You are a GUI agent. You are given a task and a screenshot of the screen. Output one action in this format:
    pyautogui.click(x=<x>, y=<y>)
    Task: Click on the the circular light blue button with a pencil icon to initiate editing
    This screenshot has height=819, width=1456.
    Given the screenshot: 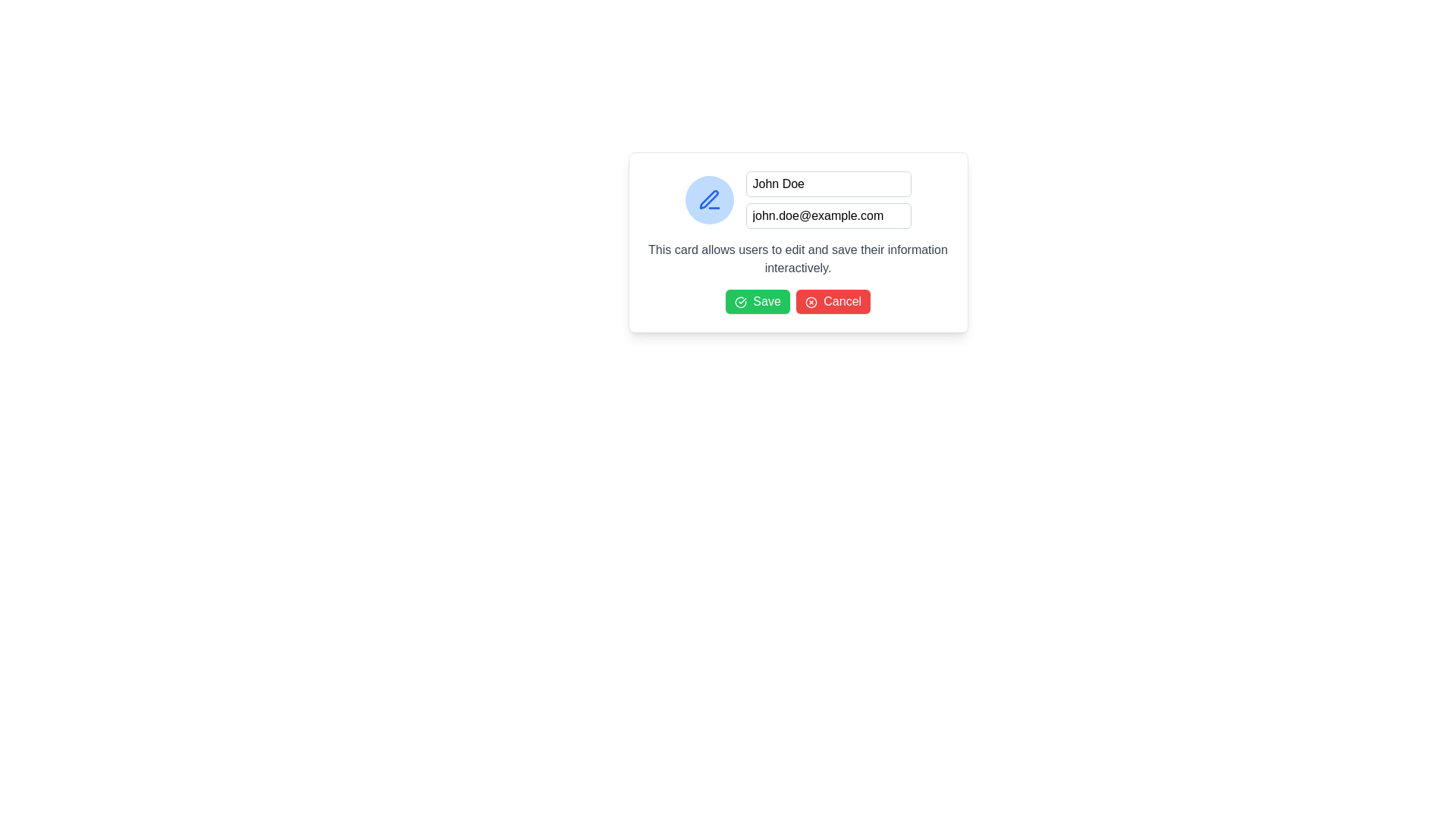 What is the action you would take?
    pyautogui.click(x=708, y=199)
    